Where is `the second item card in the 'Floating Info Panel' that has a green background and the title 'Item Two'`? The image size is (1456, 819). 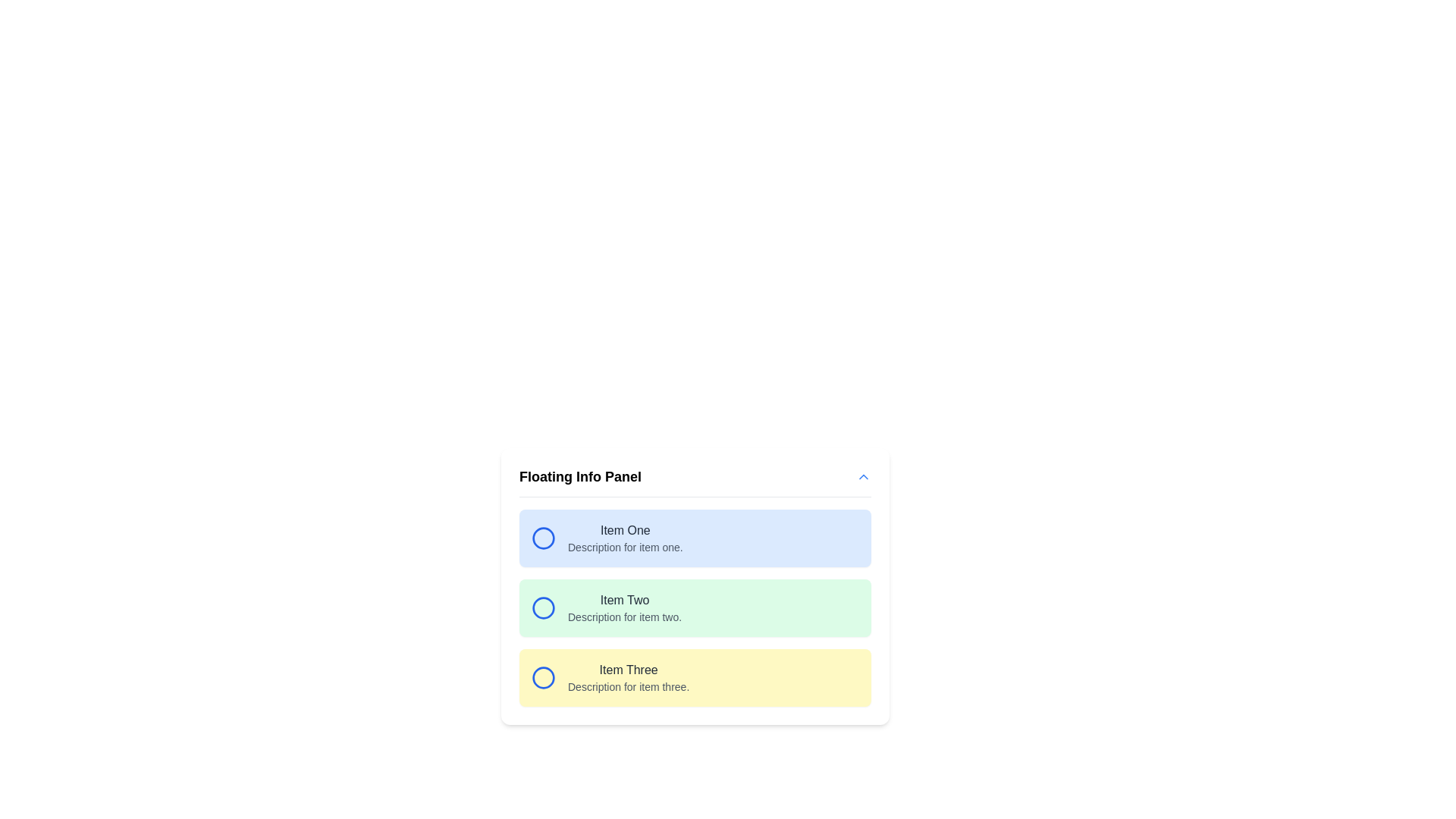 the second item card in the 'Floating Info Panel' that has a green background and the title 'Item Two' is located at coordinates (694, 607).